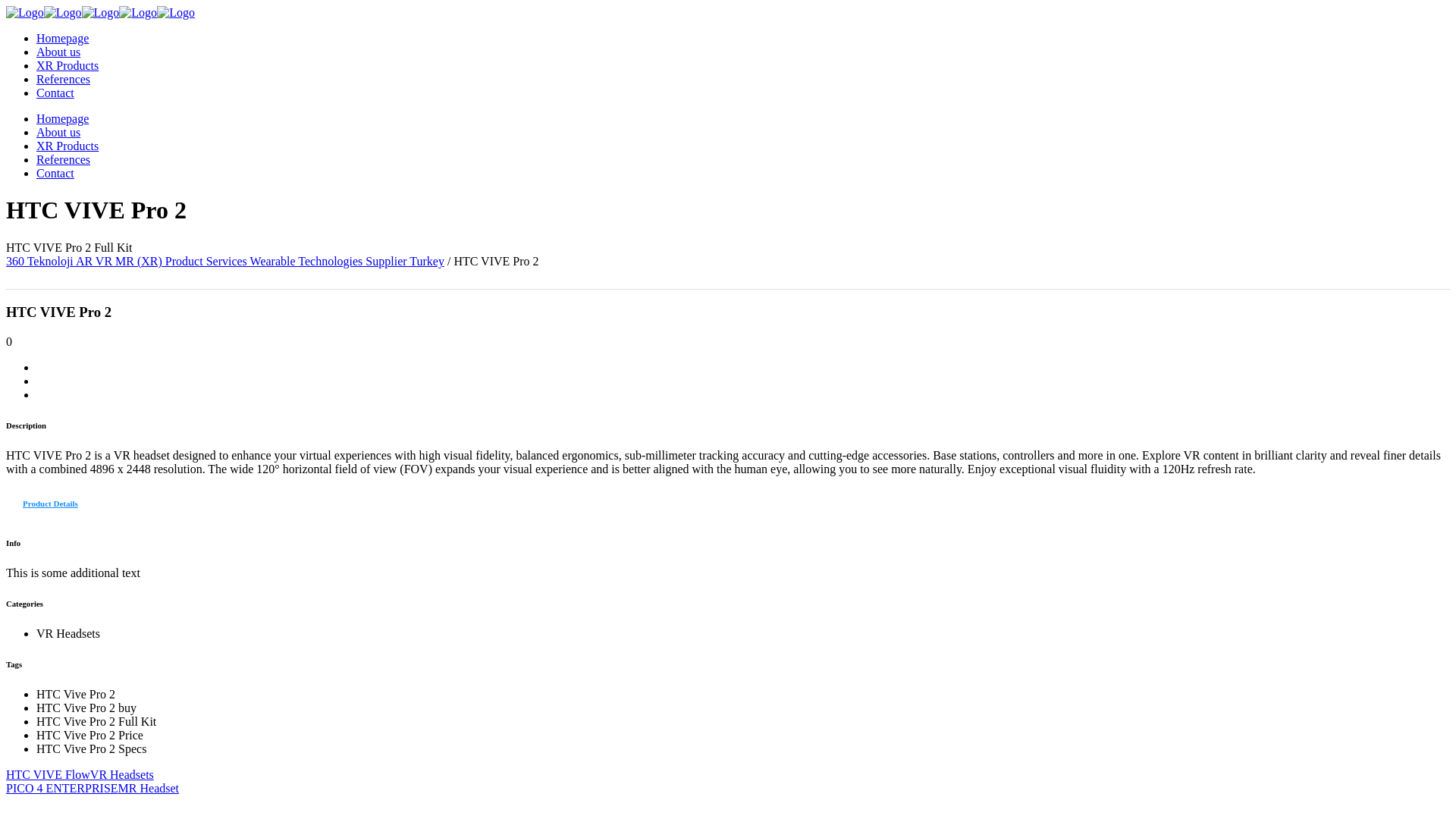  Describe the element at coordinates (55, 93) in the screenshot. I see `'Contact'` at that location.